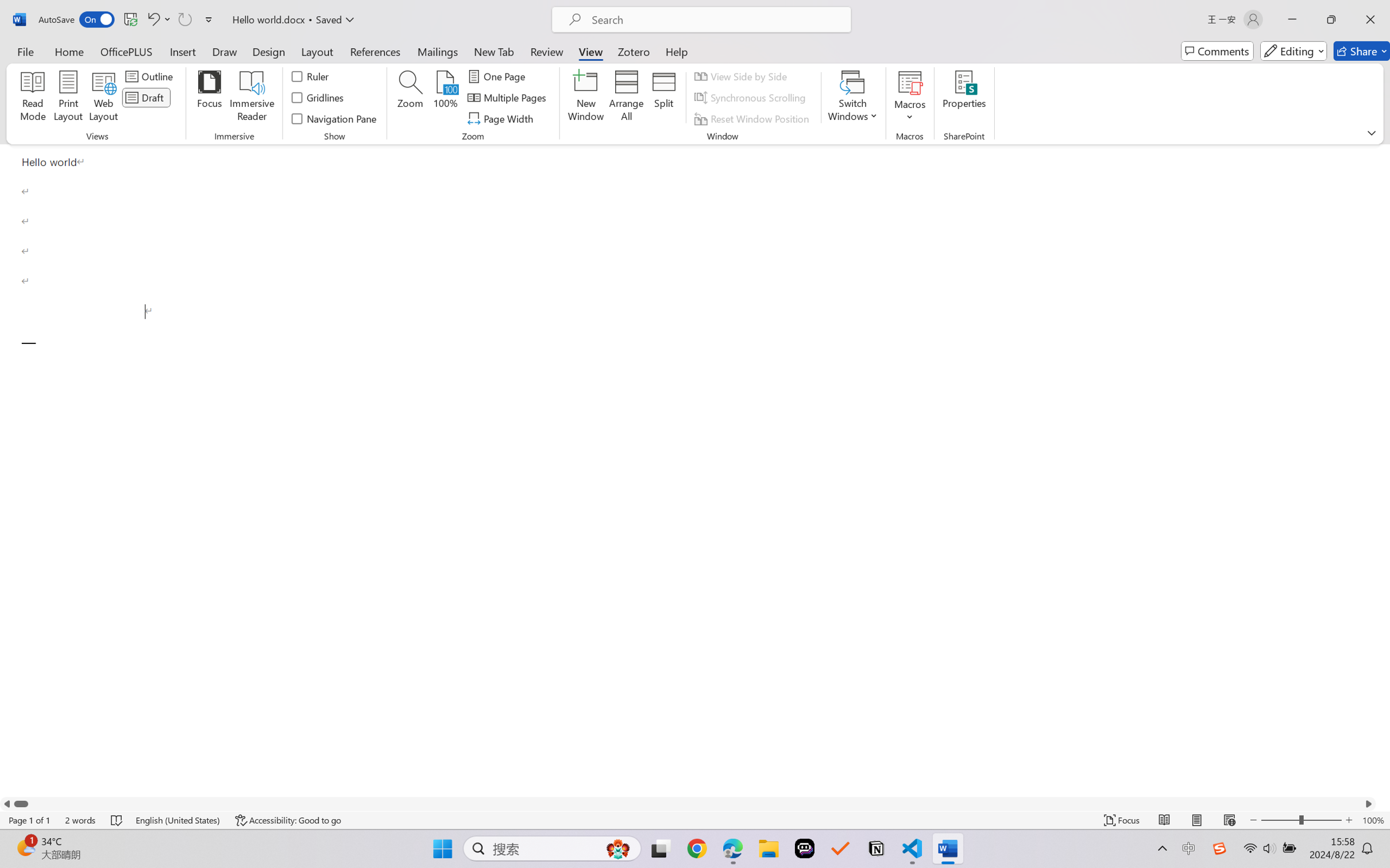 This screenshot has height=868, width=1390. I want to click on 'View', so click(590, 51).